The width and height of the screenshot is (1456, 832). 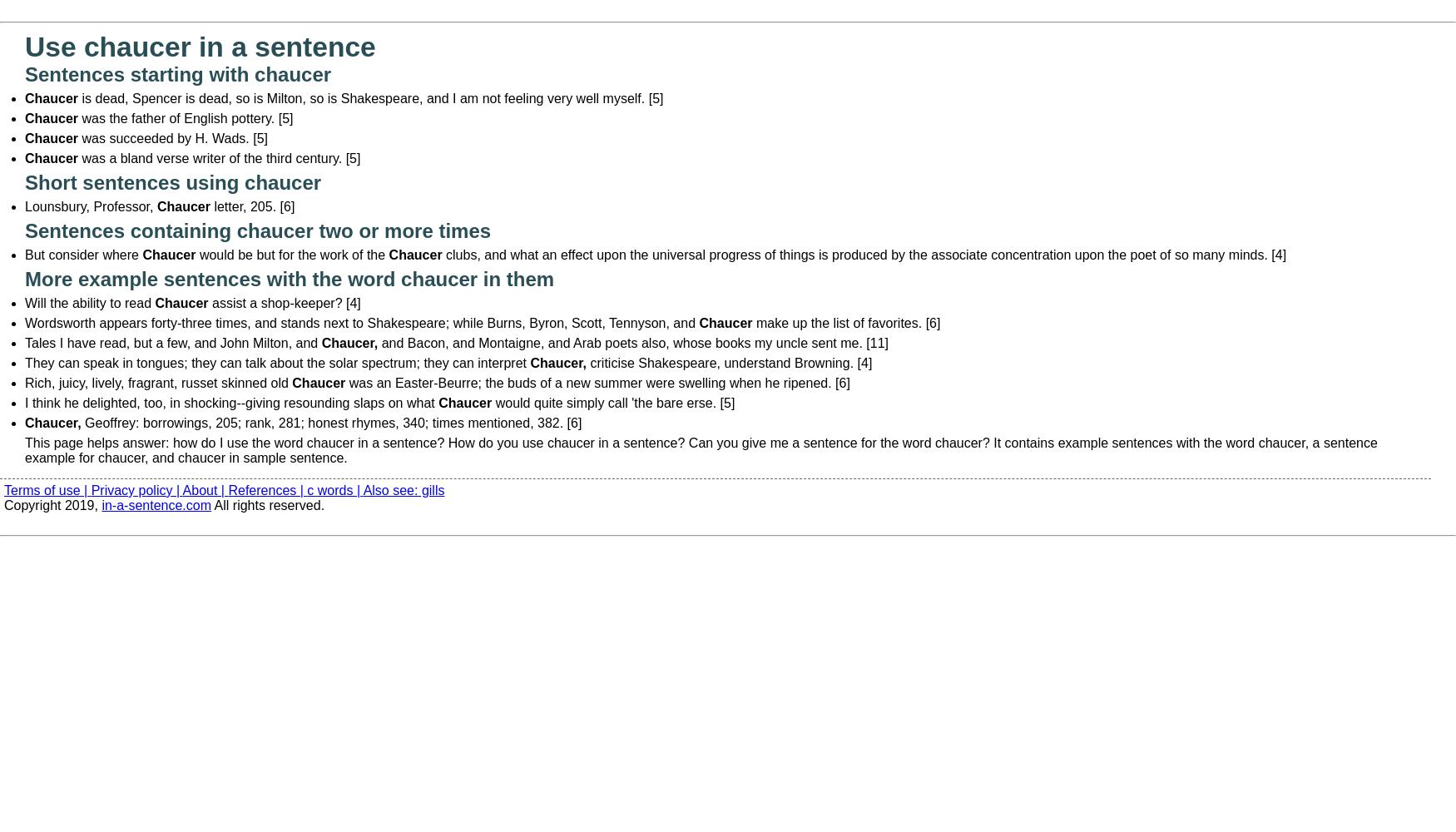 What do you see at coordinates (77, 138) in the screenshot?
I see `'was succeeded by H. Wads. [5]'` at bounding box center [77, 138].